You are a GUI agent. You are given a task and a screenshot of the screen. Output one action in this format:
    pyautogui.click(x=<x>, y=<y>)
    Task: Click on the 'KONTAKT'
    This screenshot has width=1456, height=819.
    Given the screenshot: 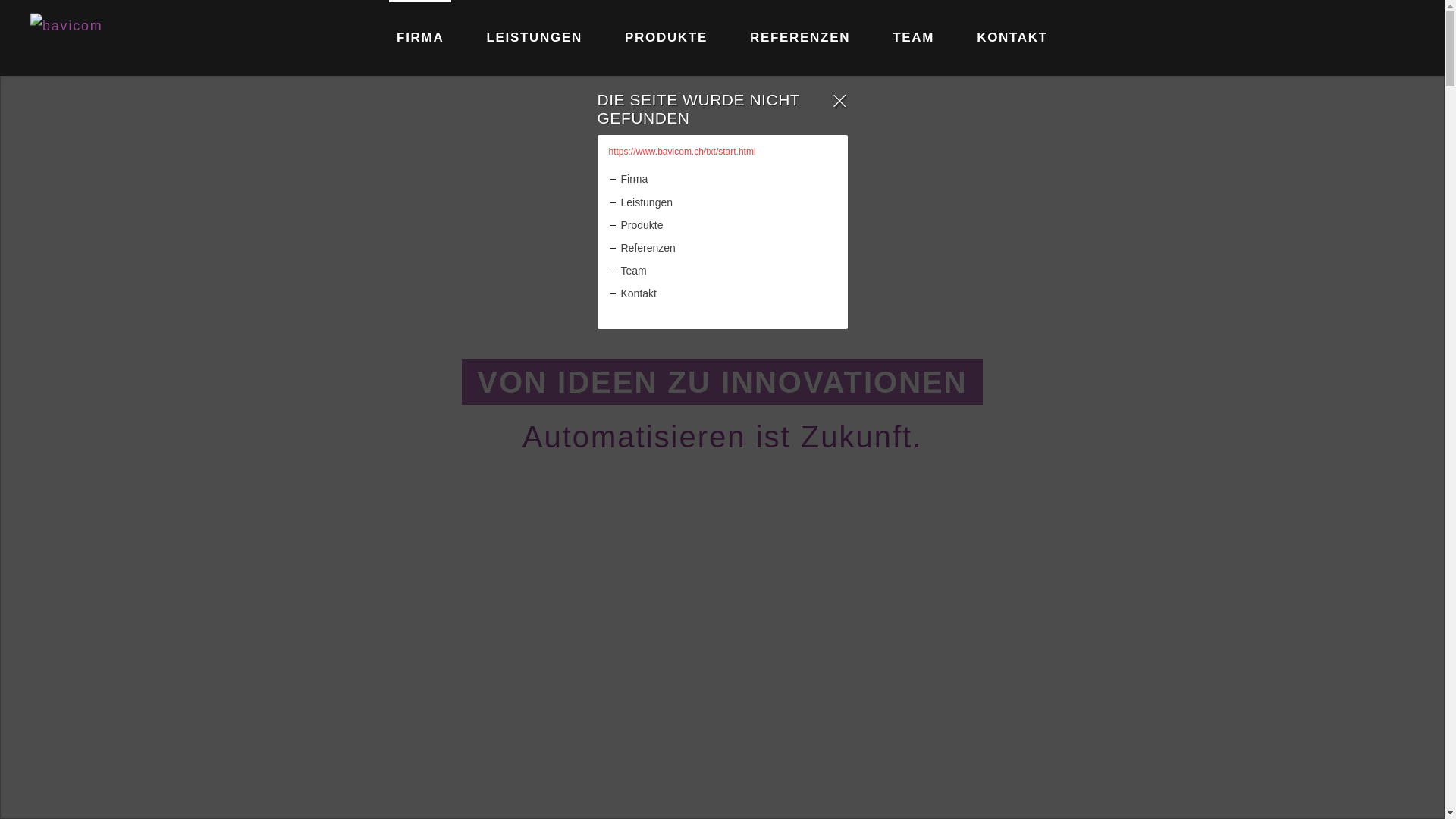 What is the action you would take?
    pyautogui.click(x=1012, y=37)
    